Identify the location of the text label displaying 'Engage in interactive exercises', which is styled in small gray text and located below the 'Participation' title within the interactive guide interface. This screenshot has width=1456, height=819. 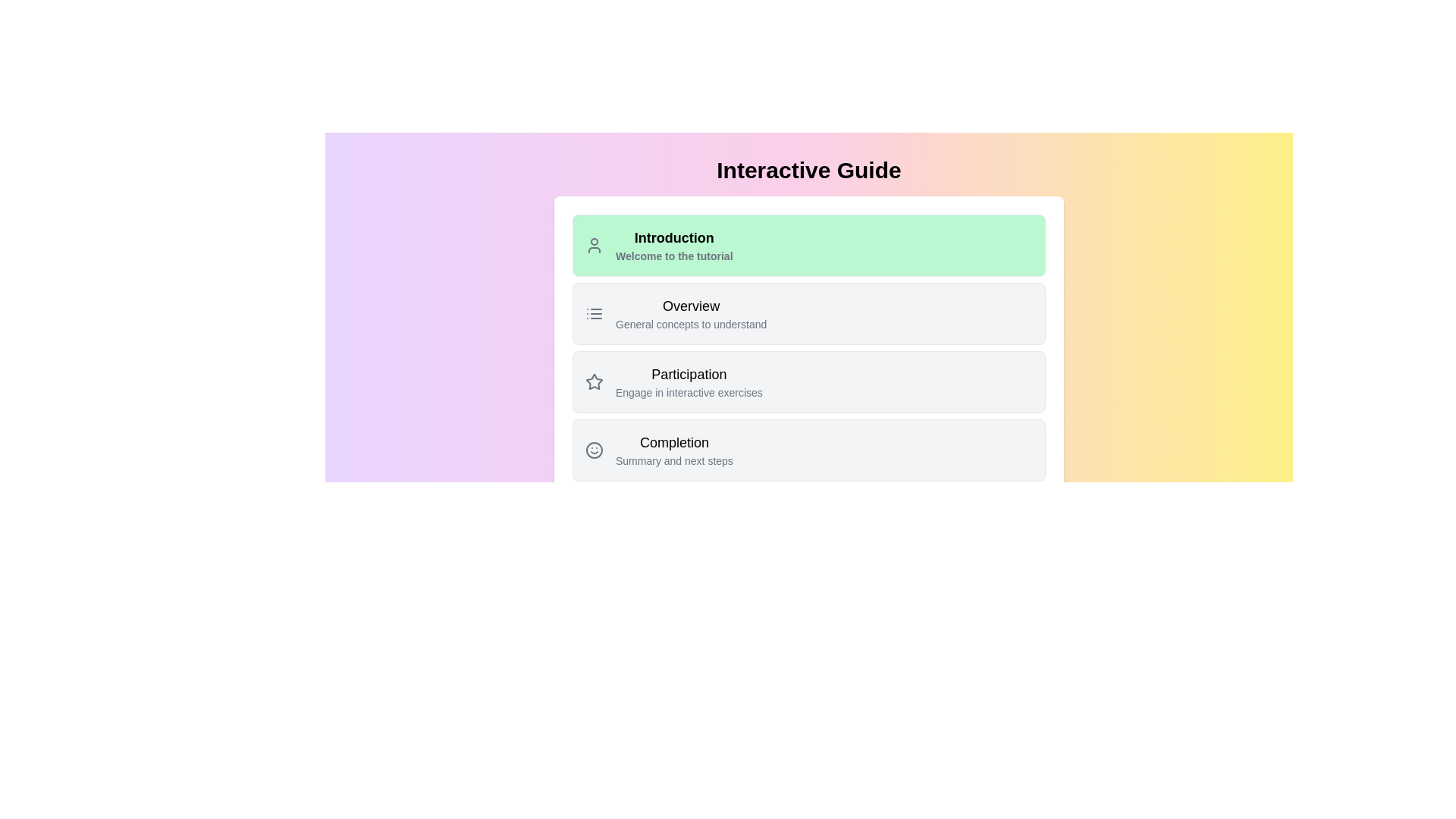
(688, 391).